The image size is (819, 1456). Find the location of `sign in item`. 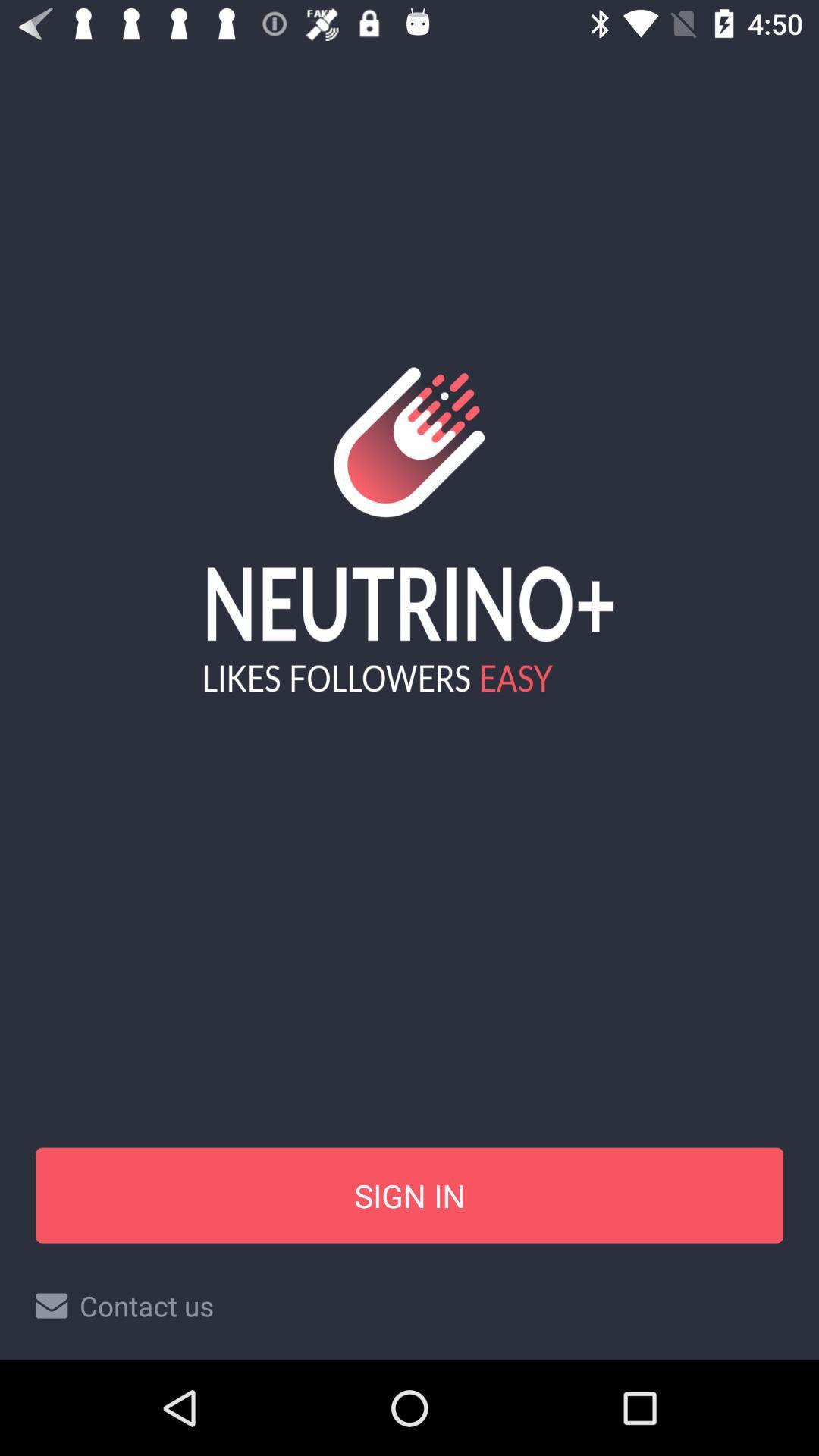

sign in item is located at coordinates (409, 1194).